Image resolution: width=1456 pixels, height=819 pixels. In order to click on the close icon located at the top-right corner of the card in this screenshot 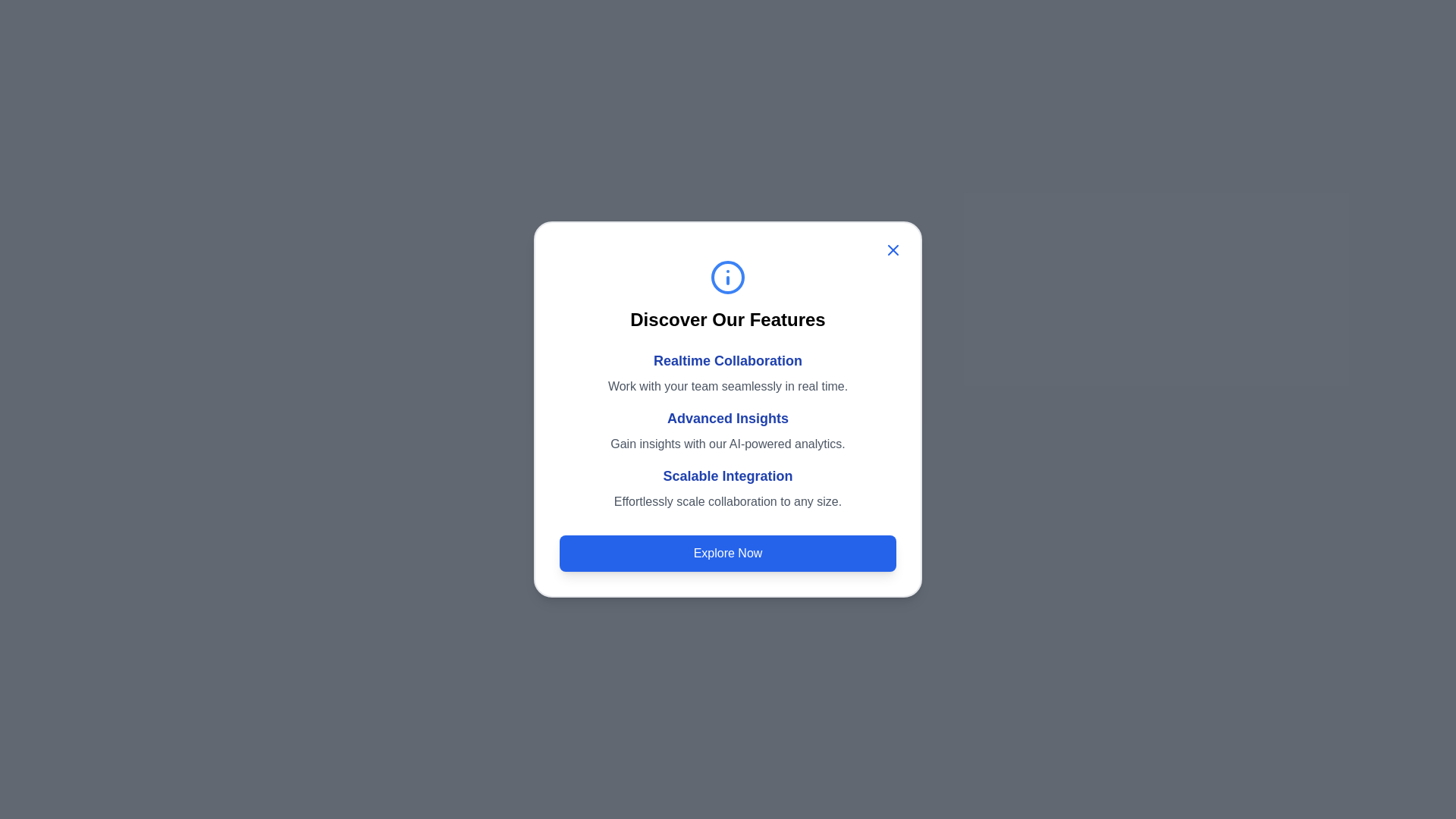, I will do `click(893, 249)`.